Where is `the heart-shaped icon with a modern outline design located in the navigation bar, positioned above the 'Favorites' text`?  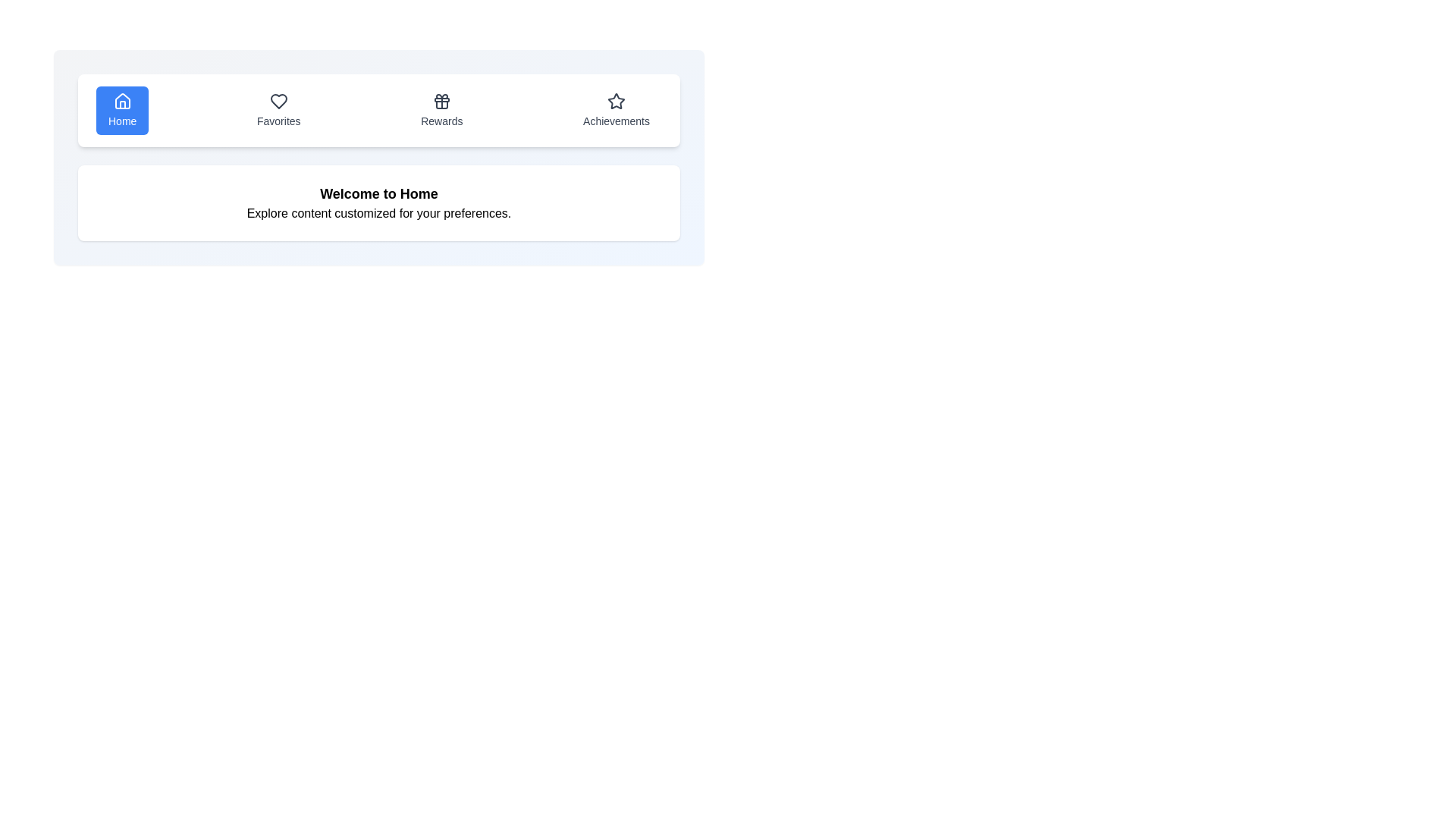 the heart-shaped icon with a modern outline design located in the navigation bar, positioned above the 'Favorites' text is located at coordinates (278, 102).